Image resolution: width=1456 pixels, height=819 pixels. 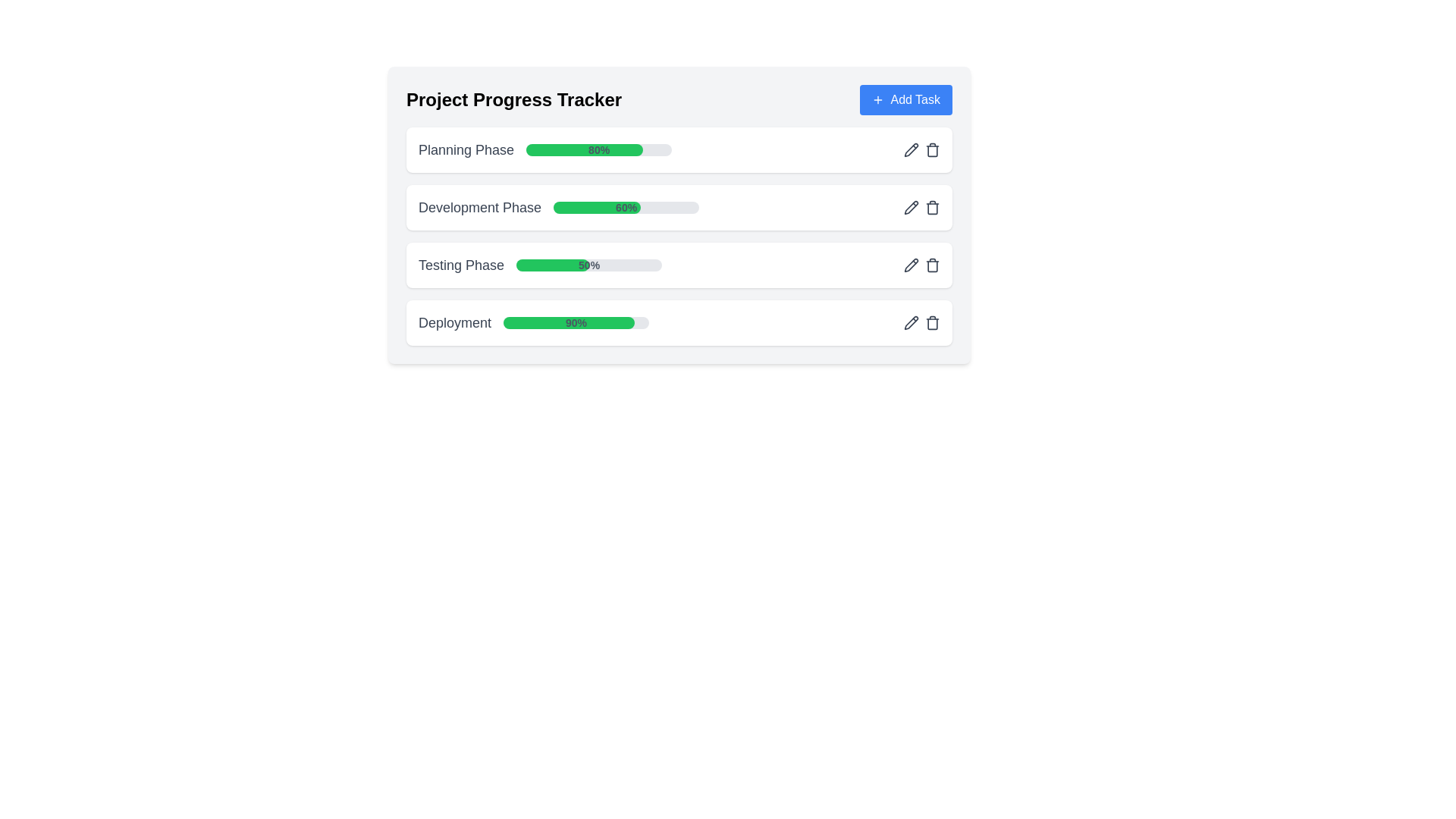 I want to click on the static text label displaying 'Planning Phase', which is located at the top of a vertically stacked list of progress items, so click(x=465, y=149).